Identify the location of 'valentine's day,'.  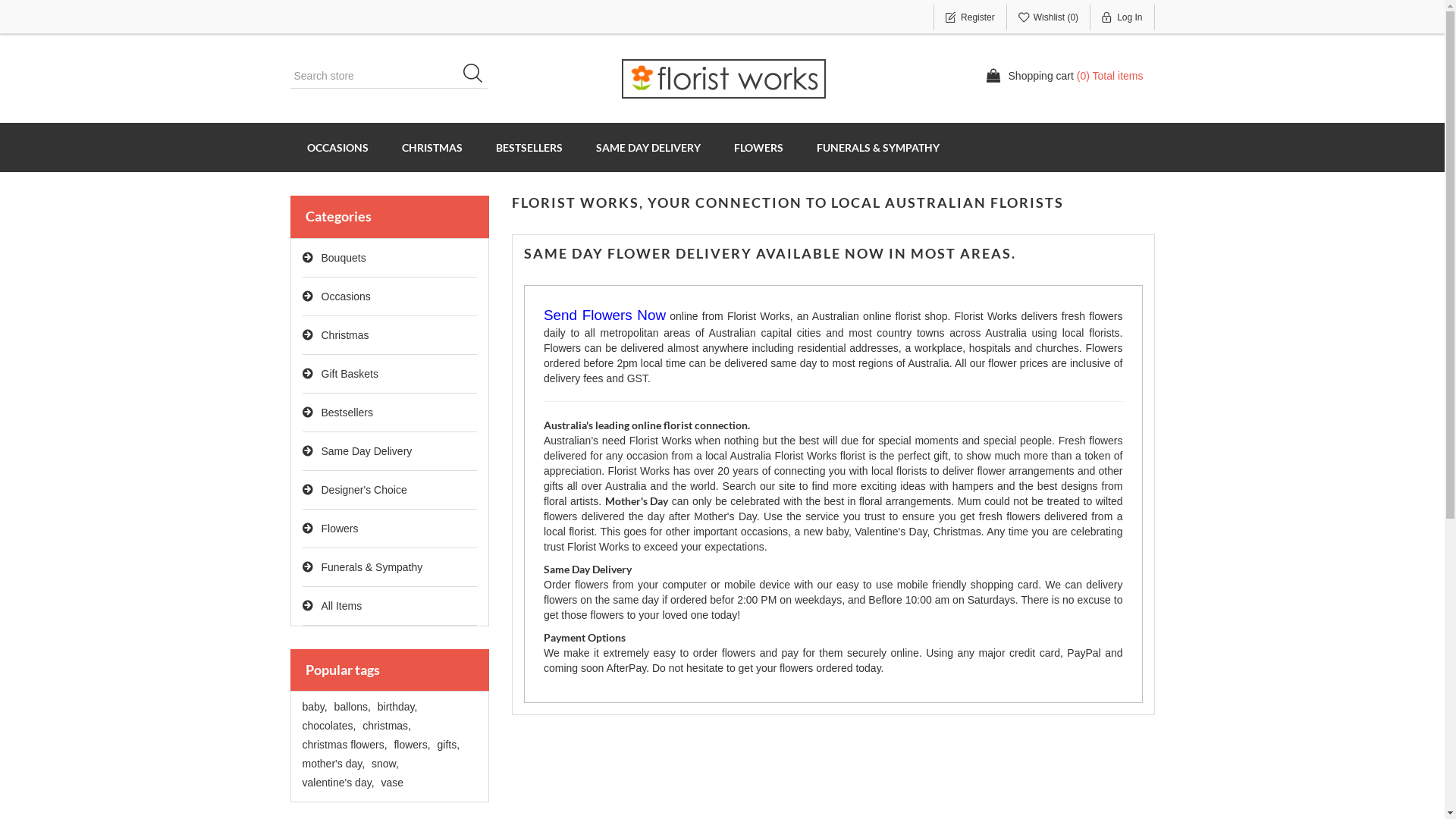
(302, 783).